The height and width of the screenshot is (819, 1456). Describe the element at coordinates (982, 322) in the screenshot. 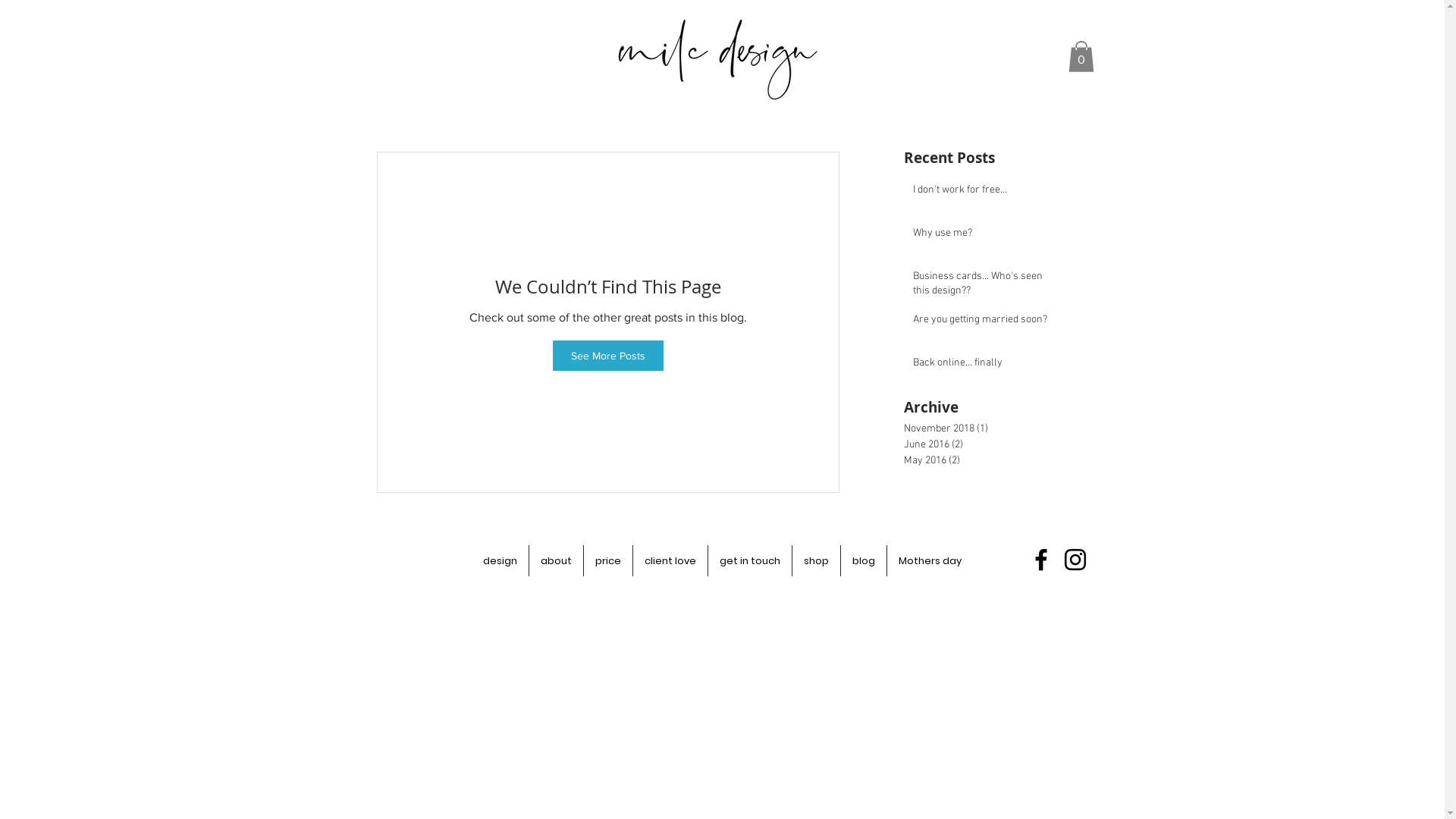

I see `'Are you getting married soon?'` at that location.